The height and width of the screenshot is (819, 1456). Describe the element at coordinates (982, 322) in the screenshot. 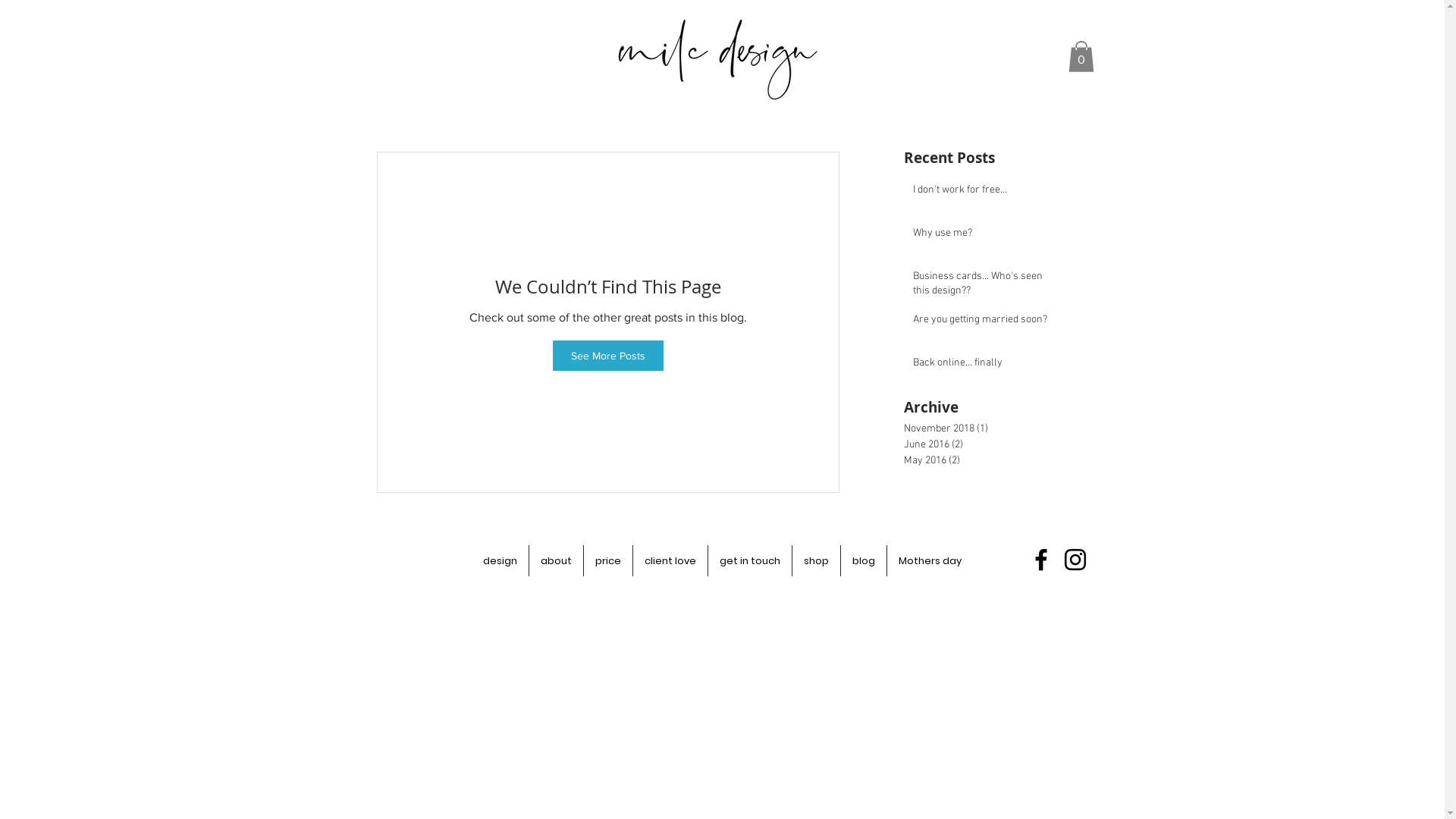

I see `'Are you getting married soon?'` at that location.